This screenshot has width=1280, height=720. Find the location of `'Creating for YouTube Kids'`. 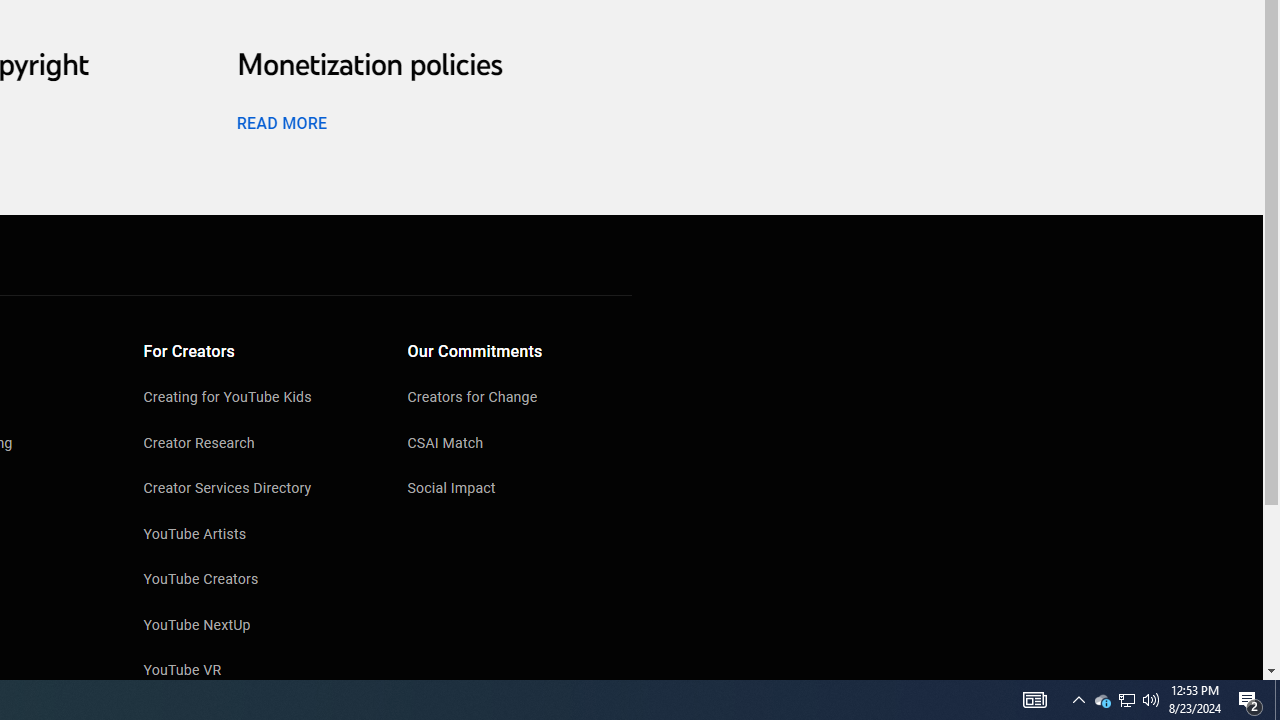

'Creating for YouTube Kids' is located at coordinates (255, 399).